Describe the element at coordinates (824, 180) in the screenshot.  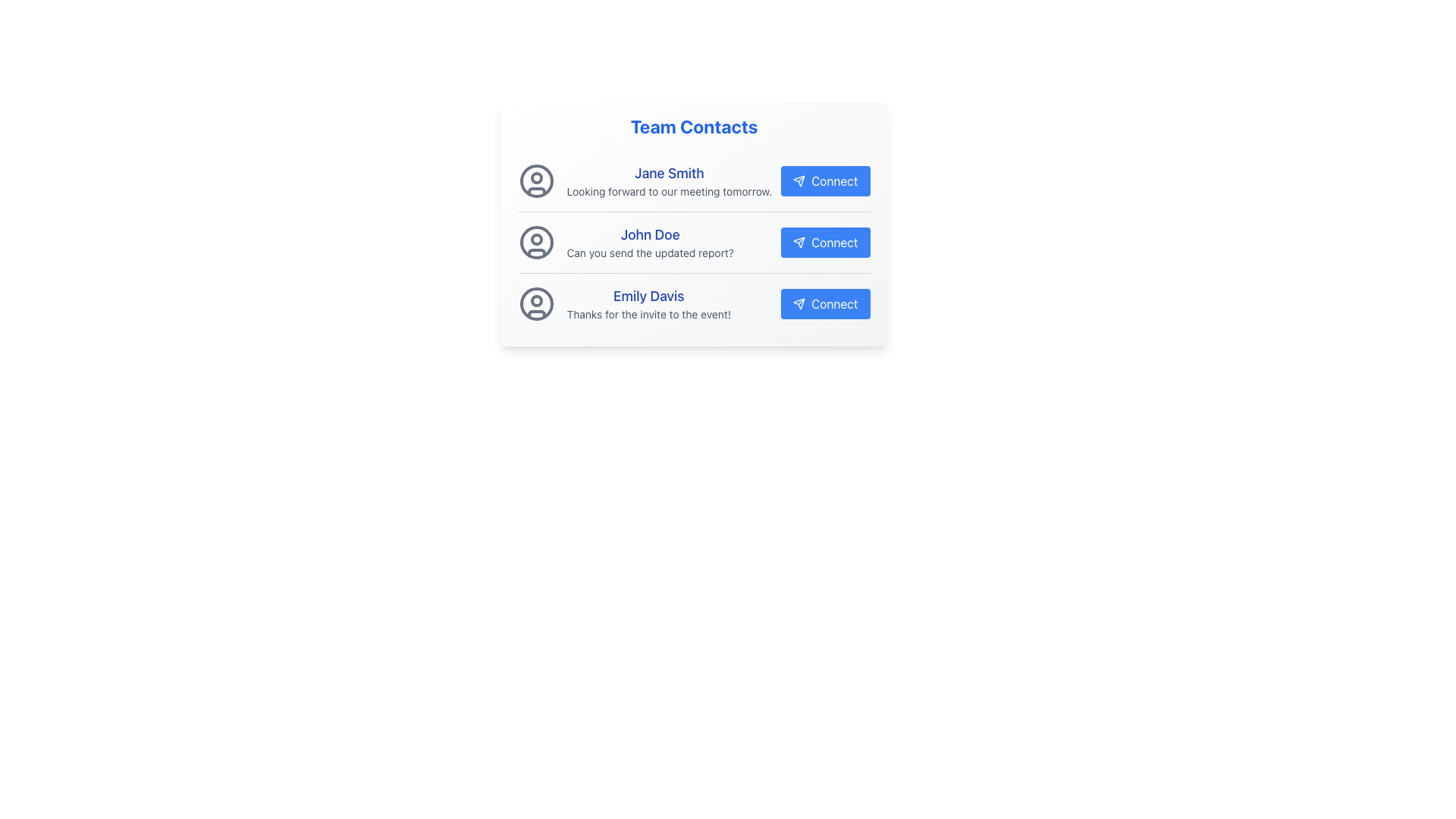
I see `the 'Connect' button, which is a rectangular button with rounded corners and a vibrant blue background, located to the right of 'Jane Smith'` at that location.